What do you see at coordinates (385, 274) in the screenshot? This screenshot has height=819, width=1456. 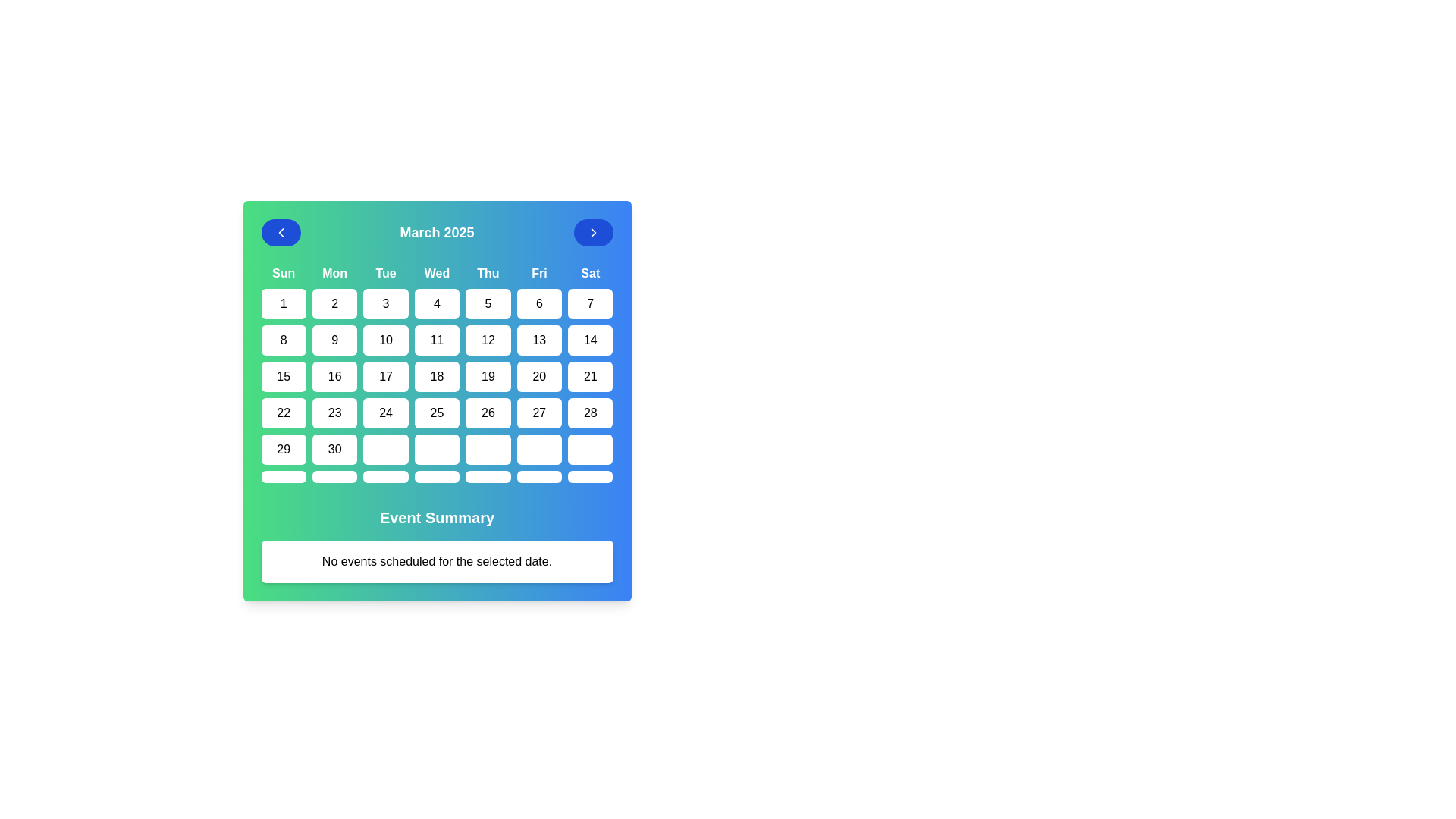 I see `the header label identifying the day 'Tuesday' in the calendar interface, which is positioned third in a row of day labels and directly above the '3' date cell` at bounding box center [385, 274].